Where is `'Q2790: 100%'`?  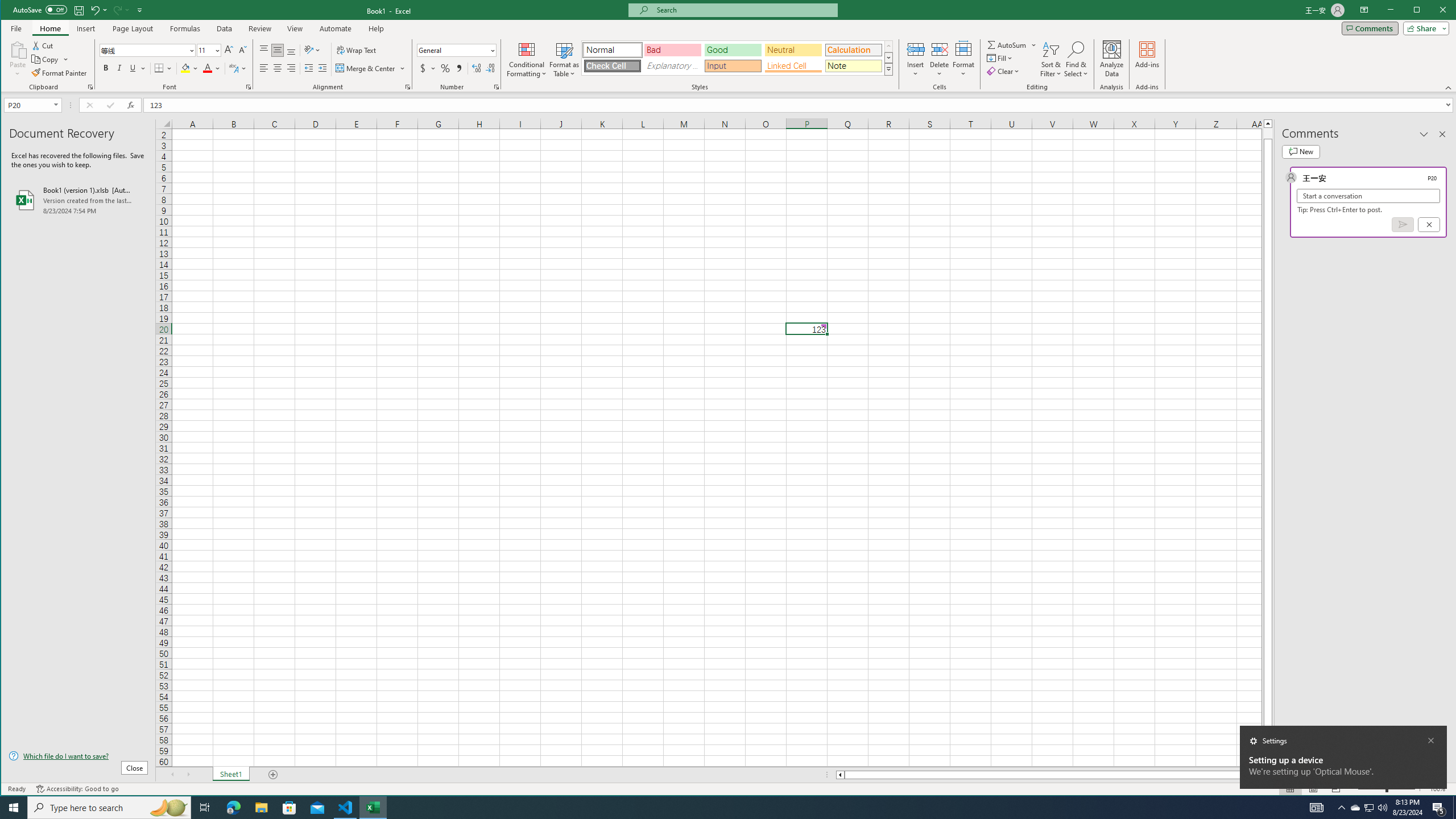
'Q2790: 100%' is located at coordinates (1381, 806).